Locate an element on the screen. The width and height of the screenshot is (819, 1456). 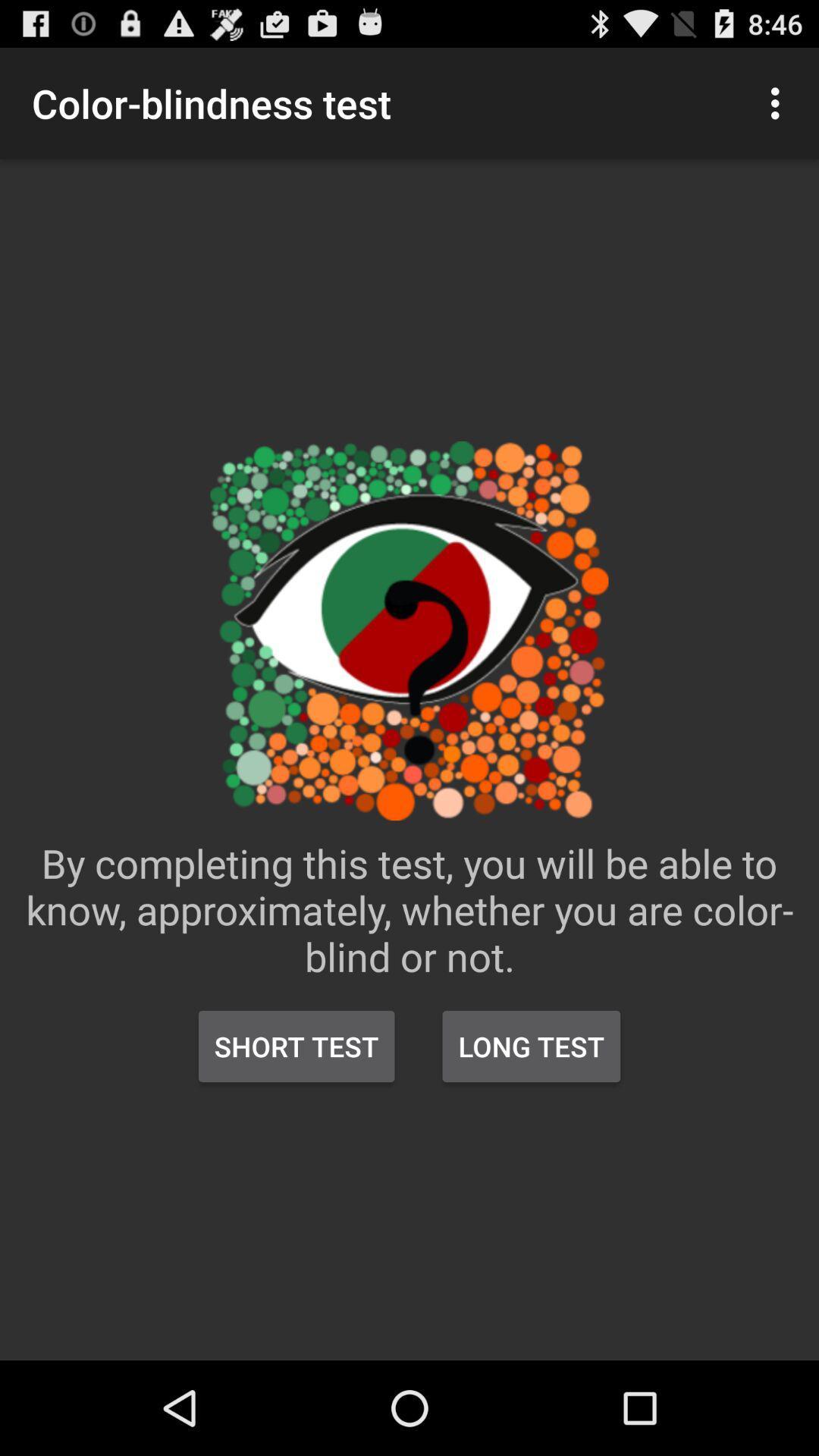
item next to the color-blindness test icon is located at coordinates (779, 102).